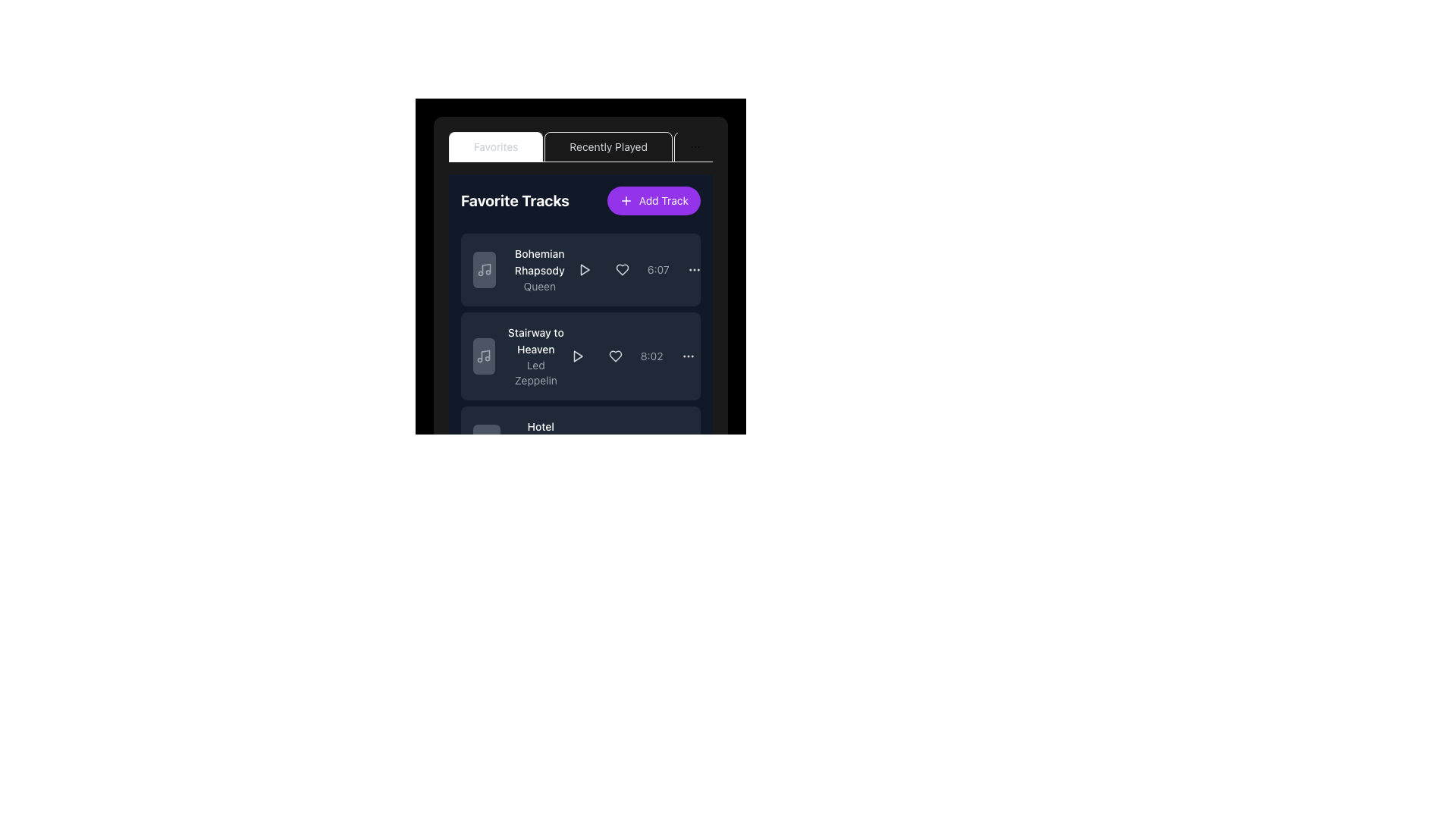  Describe the element at coordinates (626, 146) in the screenshot. I see `the 'Recently Played' tab in the navigation bar` at that location.